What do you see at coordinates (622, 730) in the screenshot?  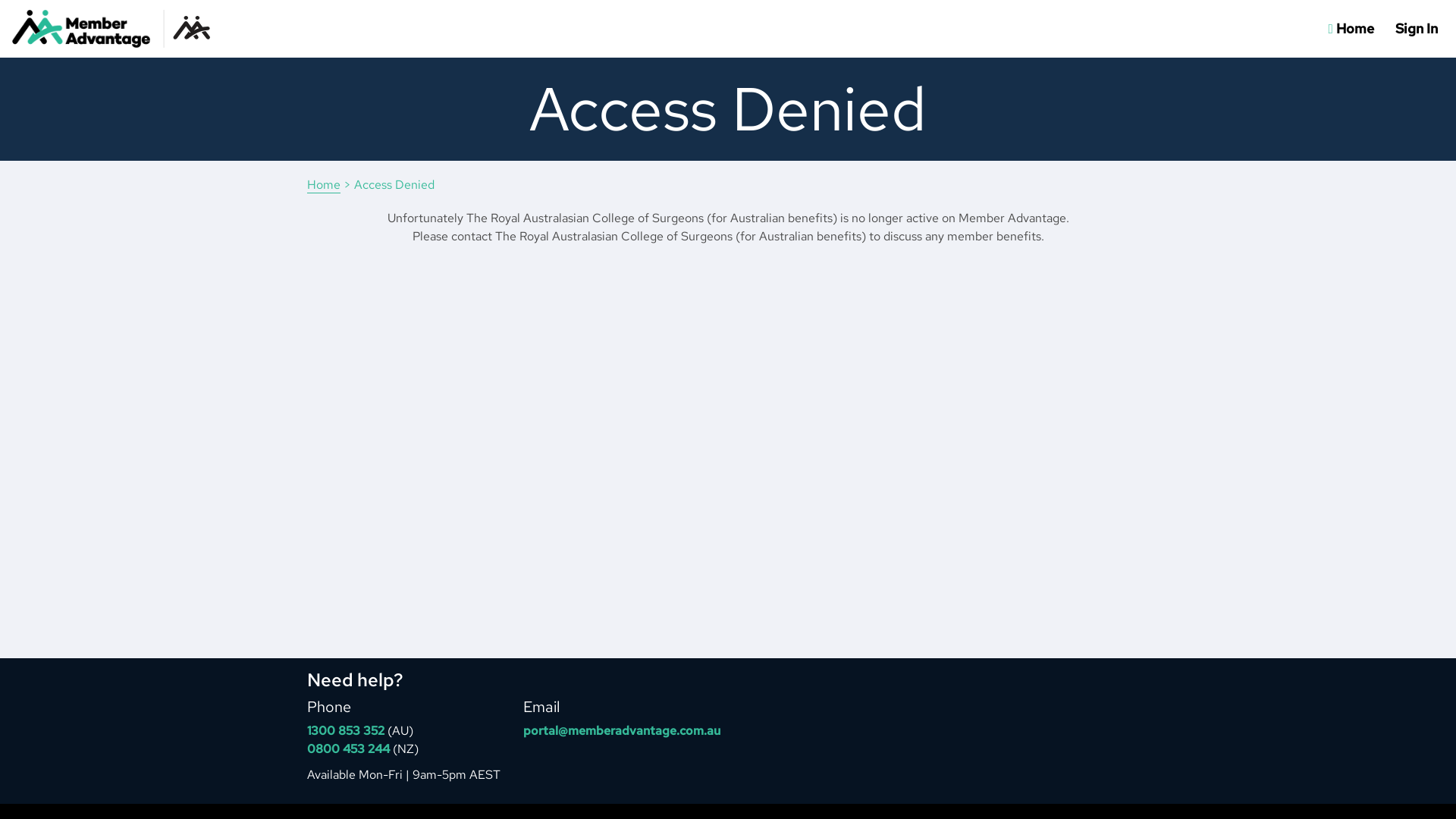 I see `'portal@memberadvantage.com.au'` at bounding box center [622, 730].